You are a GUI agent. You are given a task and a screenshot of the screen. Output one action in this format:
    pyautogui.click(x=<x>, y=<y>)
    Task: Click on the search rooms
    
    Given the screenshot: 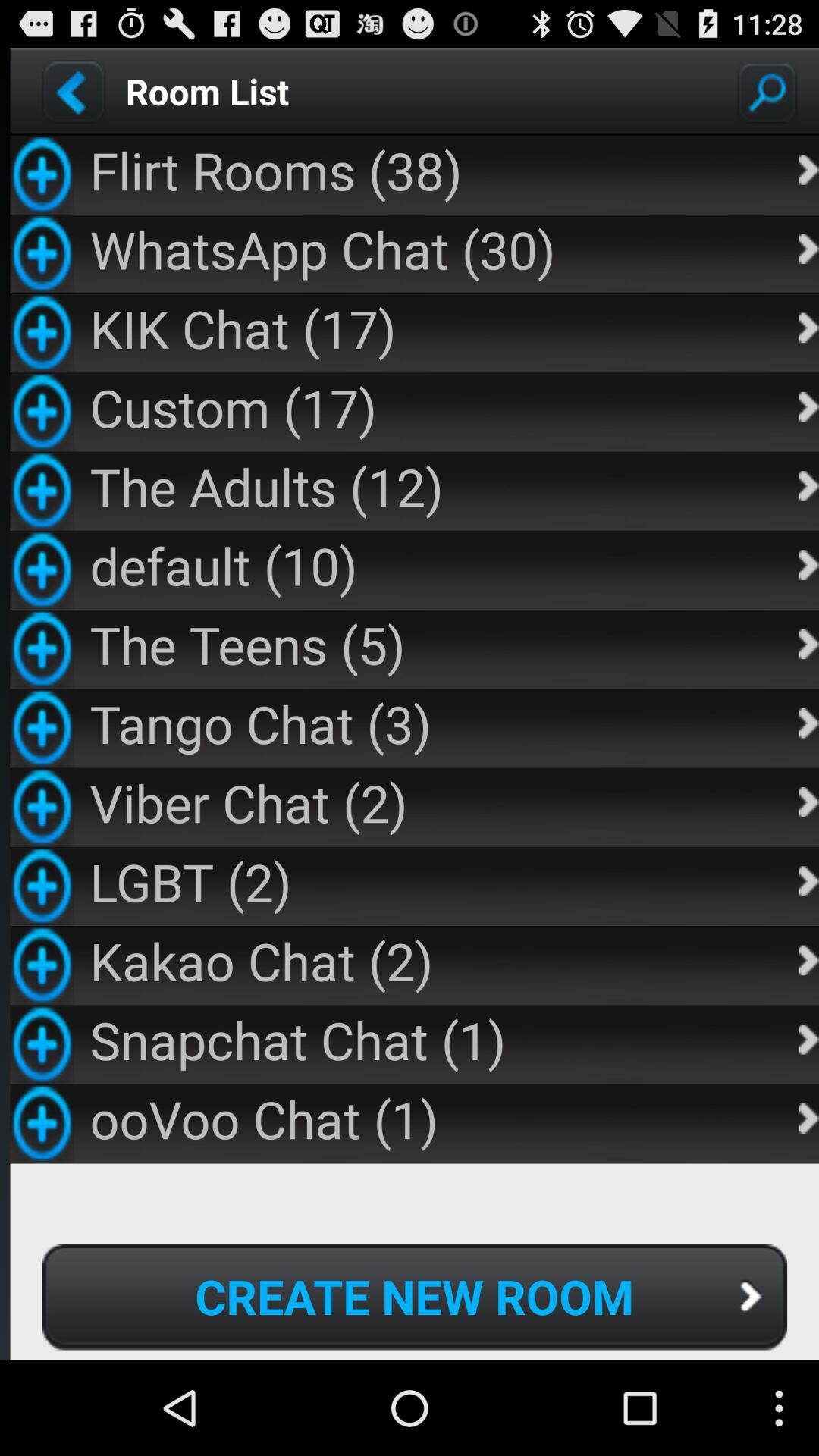 What is the action you would take?
    pyautogui.click(x=767, y=90)
    